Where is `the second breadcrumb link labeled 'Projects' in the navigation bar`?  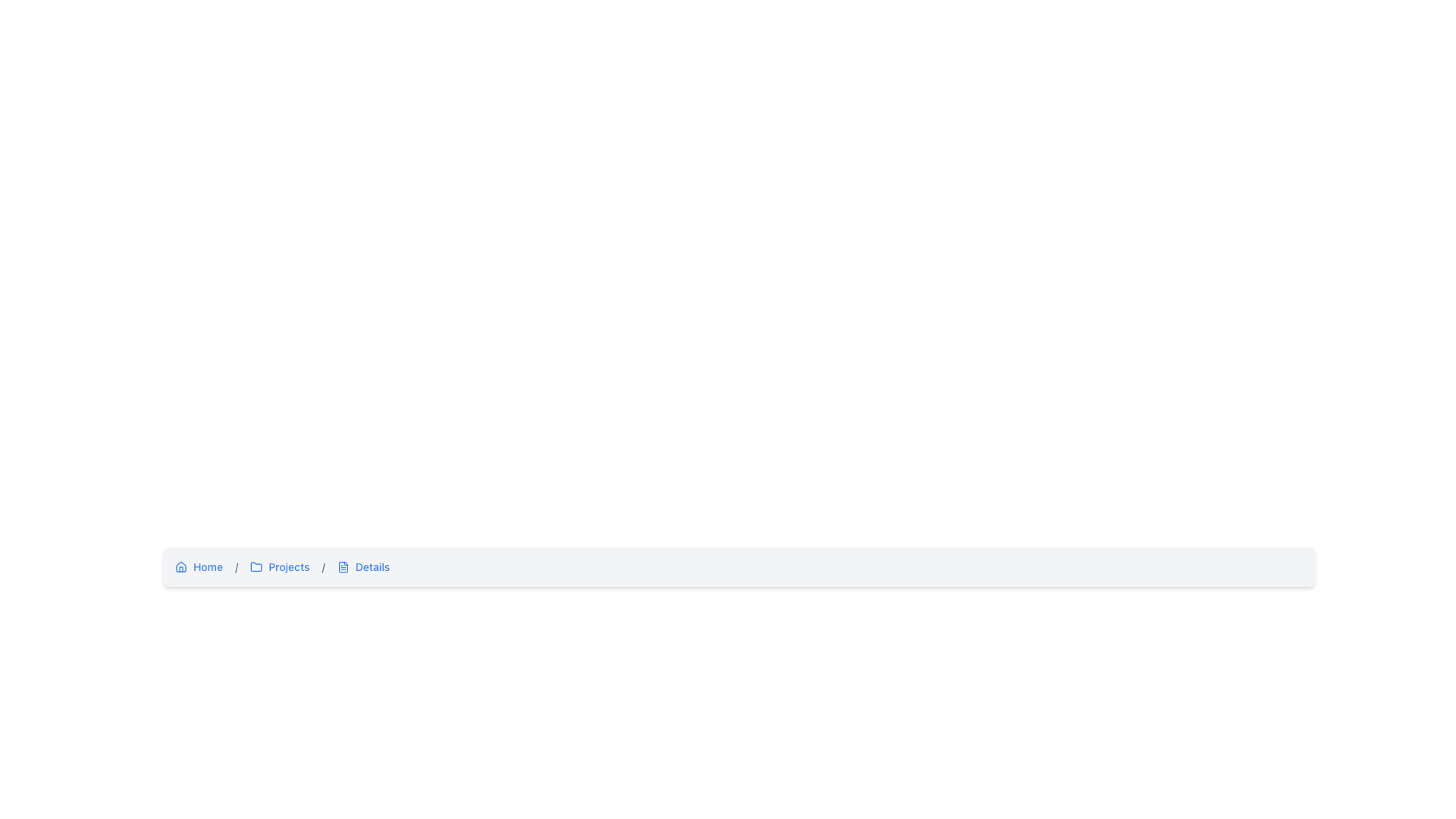
the second breadcrumb link labeled 'Projects' in the navigation bar is located at coordinates (280, 567).